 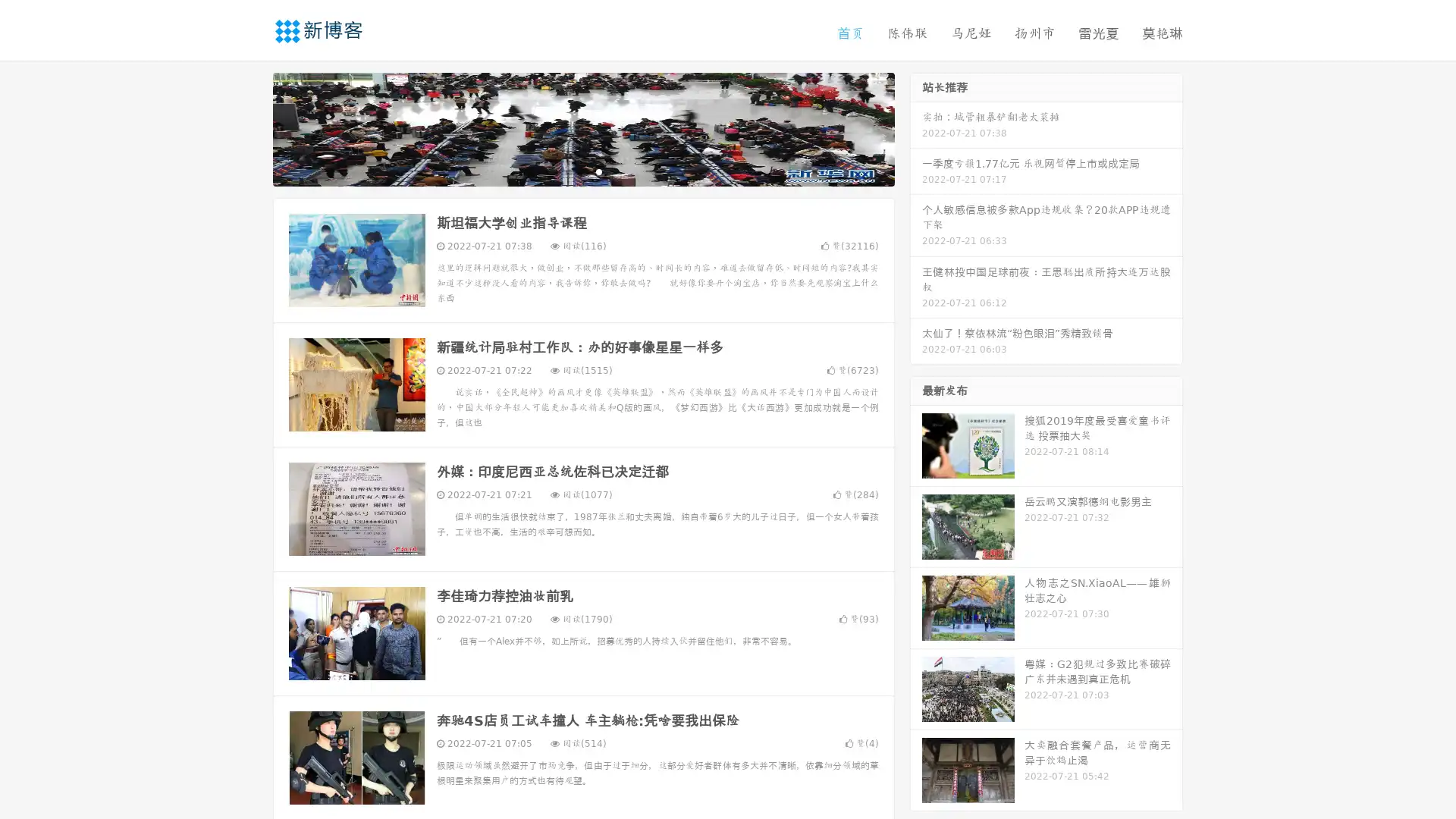 I want to click on Next slide, so click(x=916, y=127).